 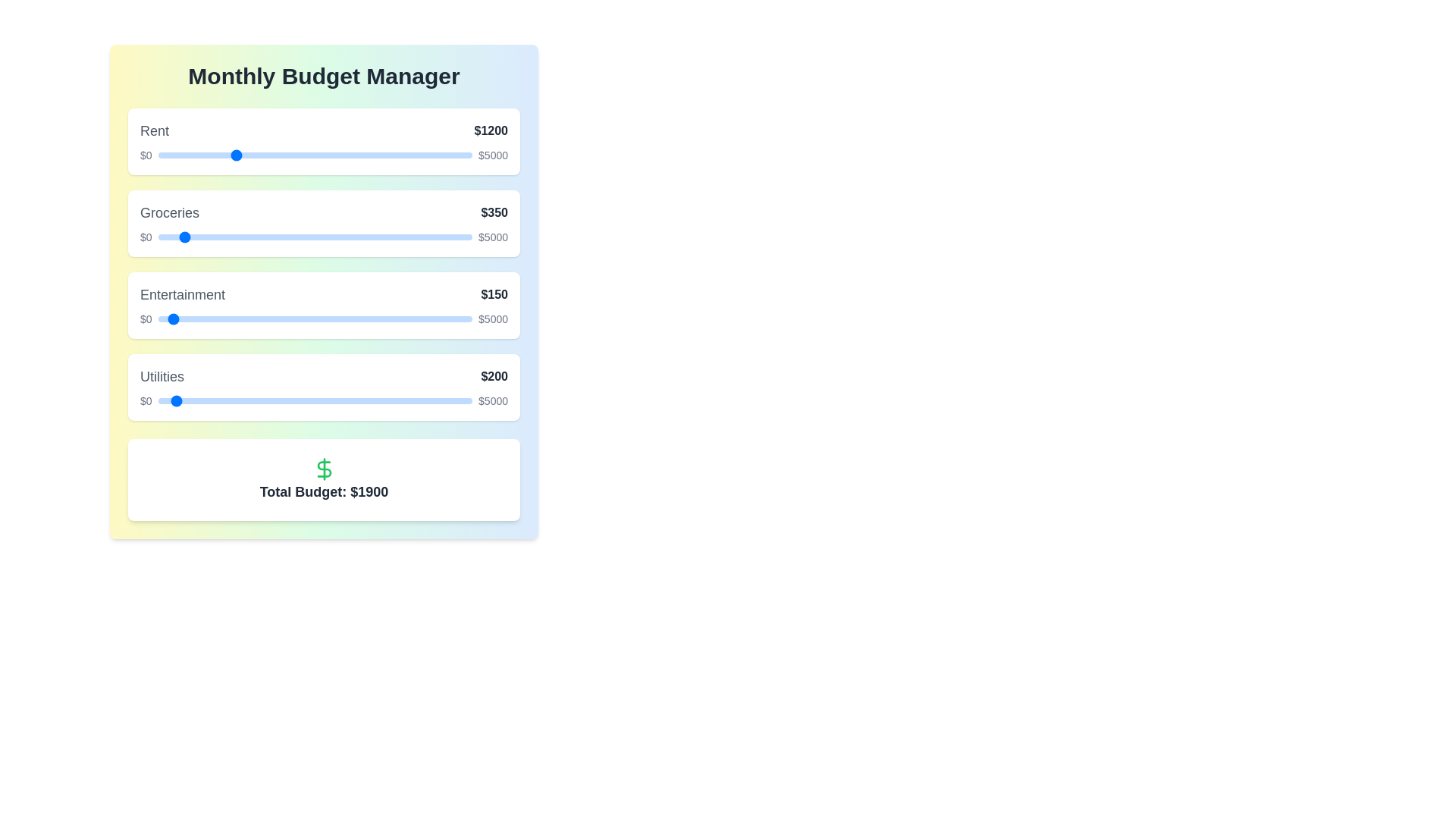 I want to click on the utility budget slider, so click(x=451, y=400).